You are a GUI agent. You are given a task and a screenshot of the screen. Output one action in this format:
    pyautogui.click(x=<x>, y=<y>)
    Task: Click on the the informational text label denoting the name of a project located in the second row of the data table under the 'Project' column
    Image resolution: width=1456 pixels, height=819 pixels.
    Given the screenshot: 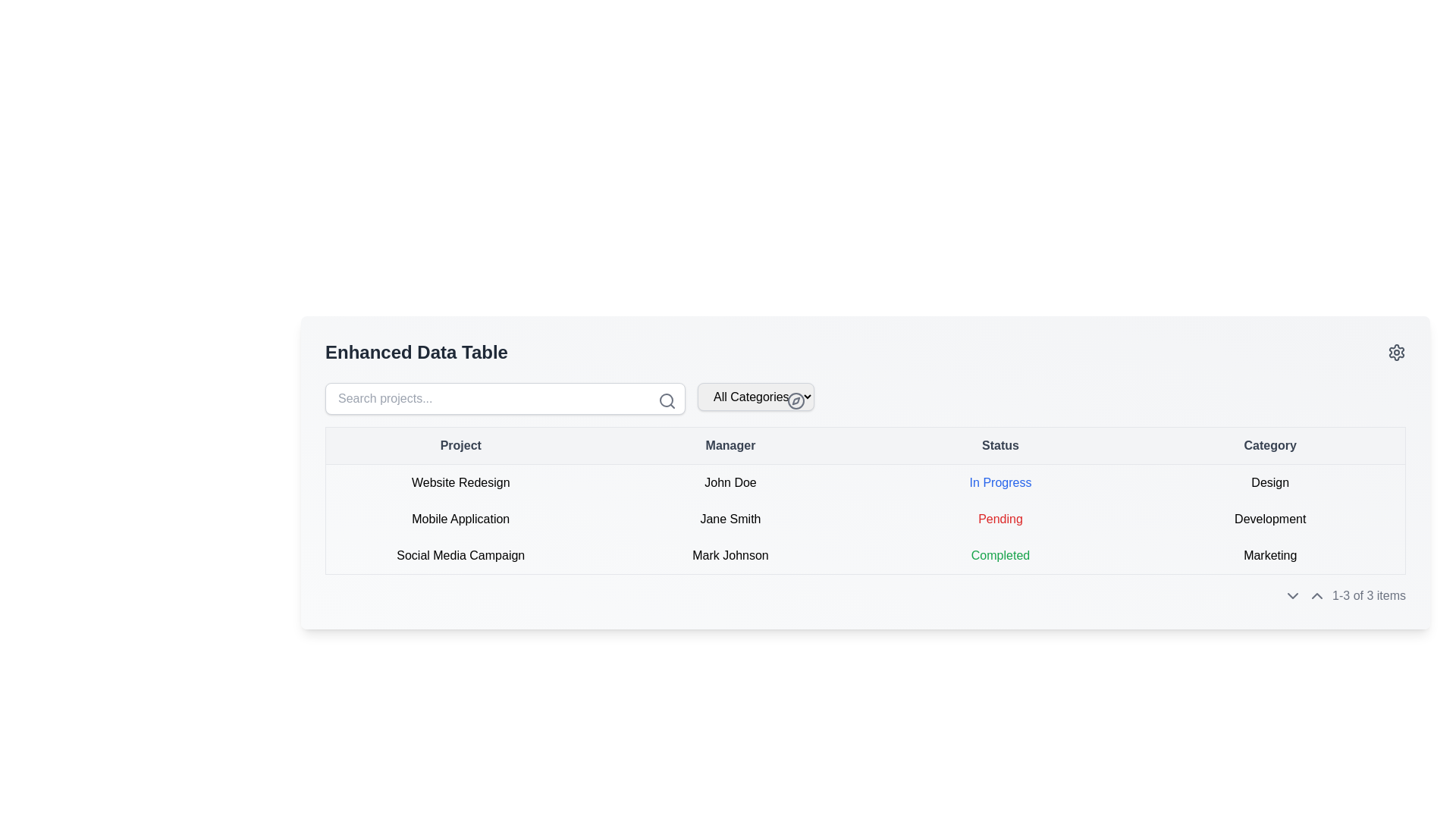 What is the action you would take?
    pyautogui.click(x=460, y=519)
    